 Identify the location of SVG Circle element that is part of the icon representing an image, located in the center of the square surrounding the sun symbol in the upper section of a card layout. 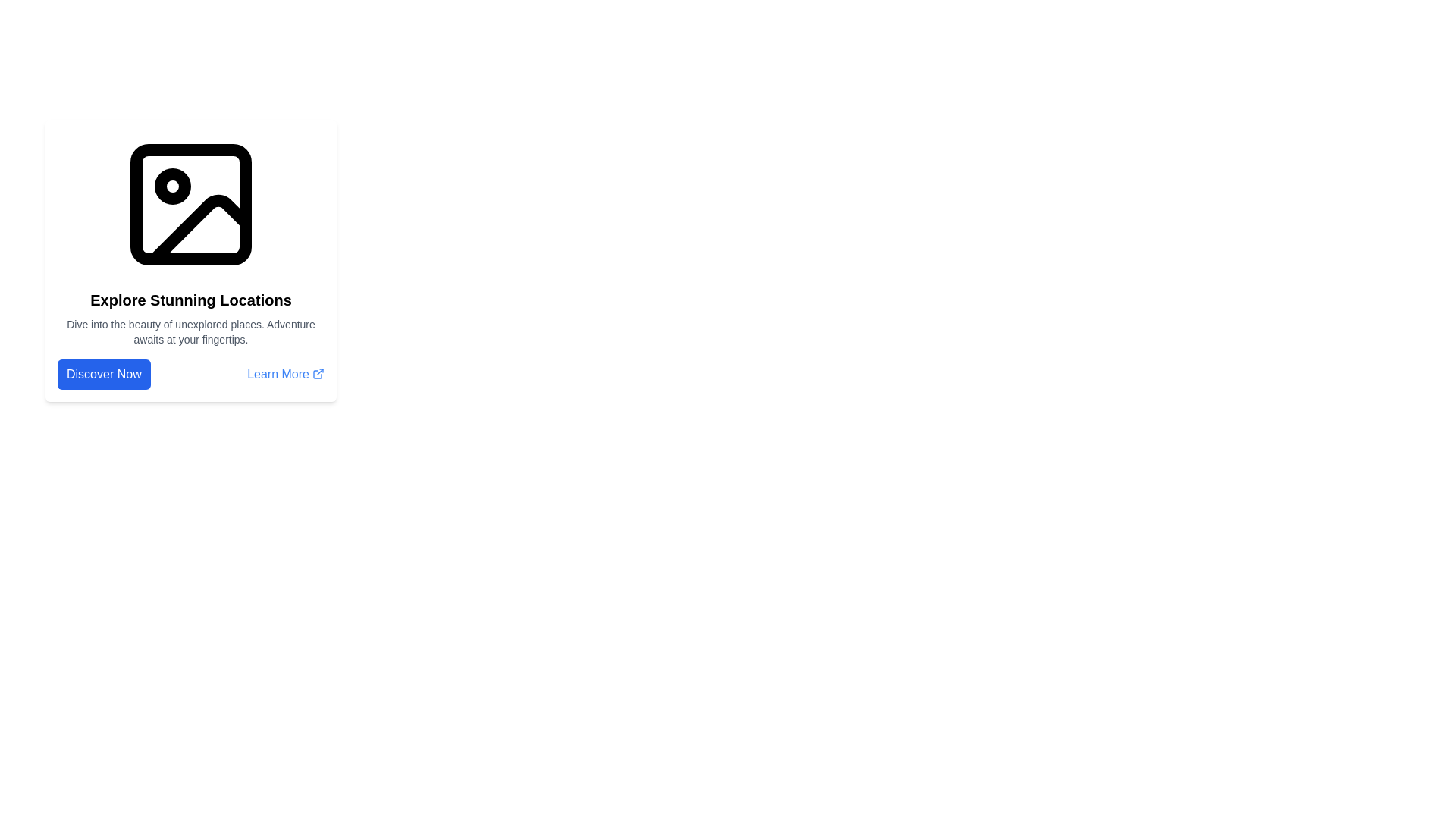
(172, 186).